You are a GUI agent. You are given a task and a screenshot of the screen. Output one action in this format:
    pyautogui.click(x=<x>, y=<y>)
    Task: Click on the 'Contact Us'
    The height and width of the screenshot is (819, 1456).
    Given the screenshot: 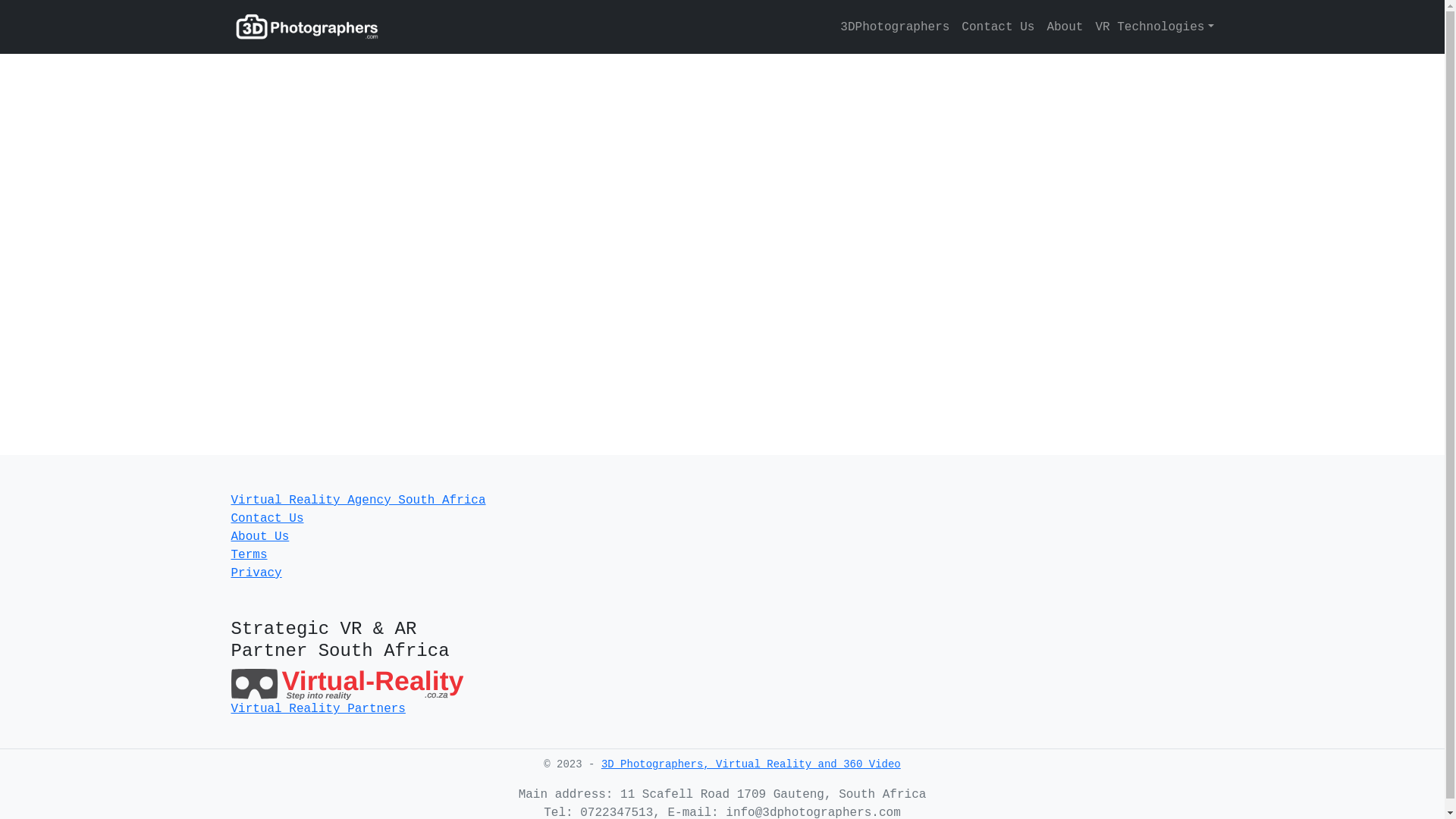 What is the action you would take?
    pyautogui.click(x=997, y=27)
    